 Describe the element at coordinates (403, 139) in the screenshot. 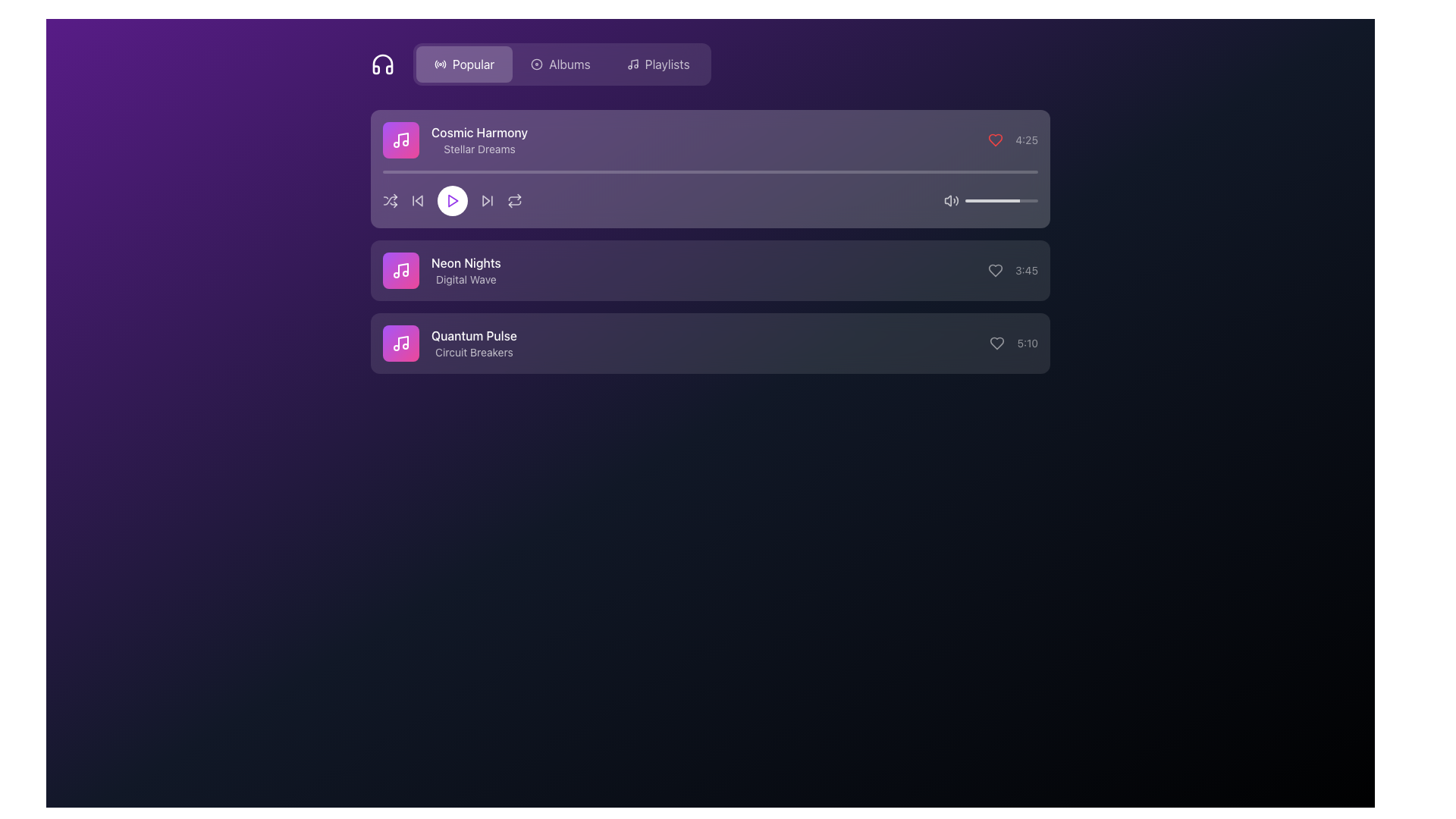

I see `the simplified music note icon rendered in white, positioned within the left portion of the purple Cosmic Harmony list item card` at that location.